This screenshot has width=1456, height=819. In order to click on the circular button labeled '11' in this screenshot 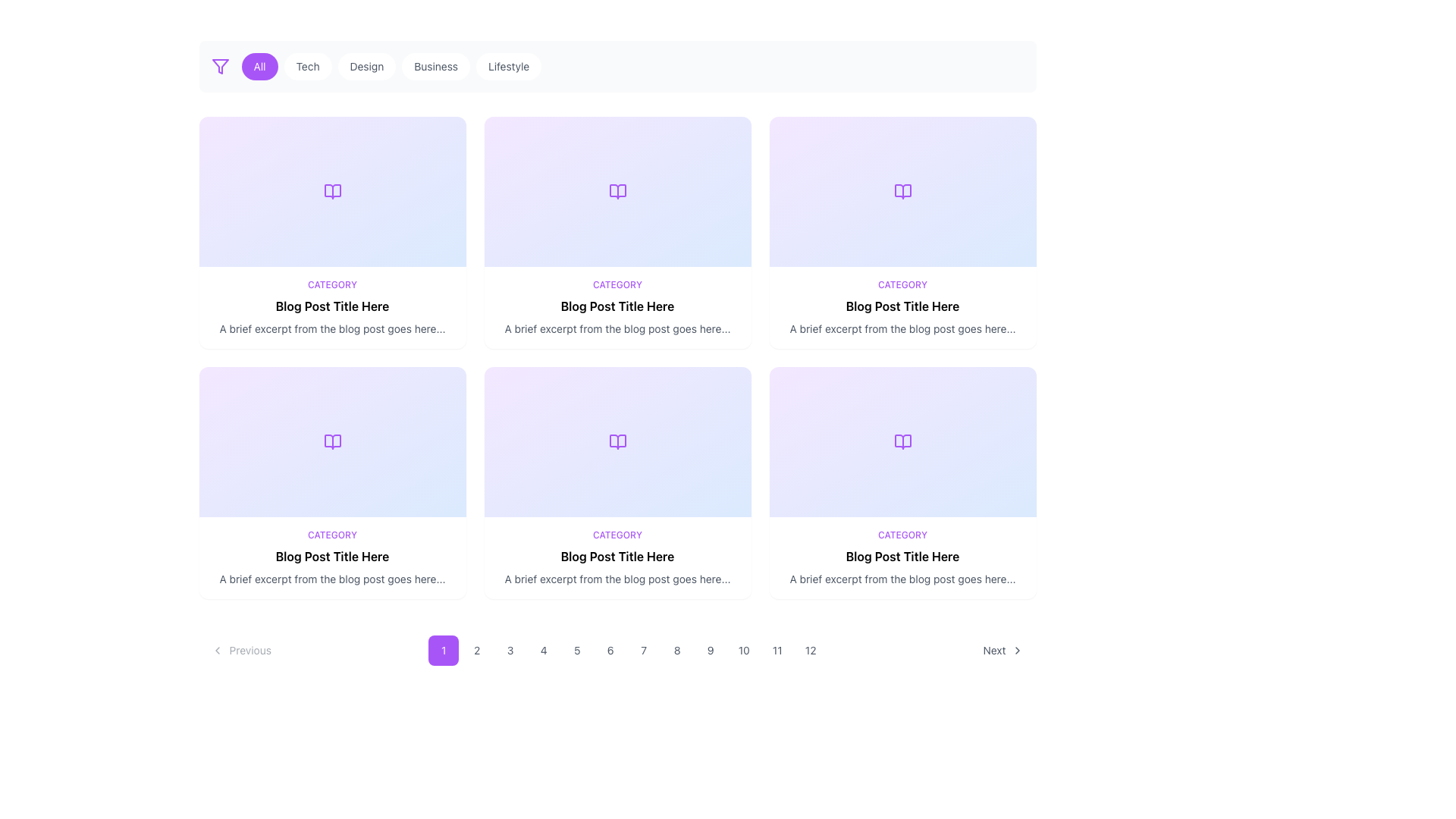, I will do `click(777, 649)`.